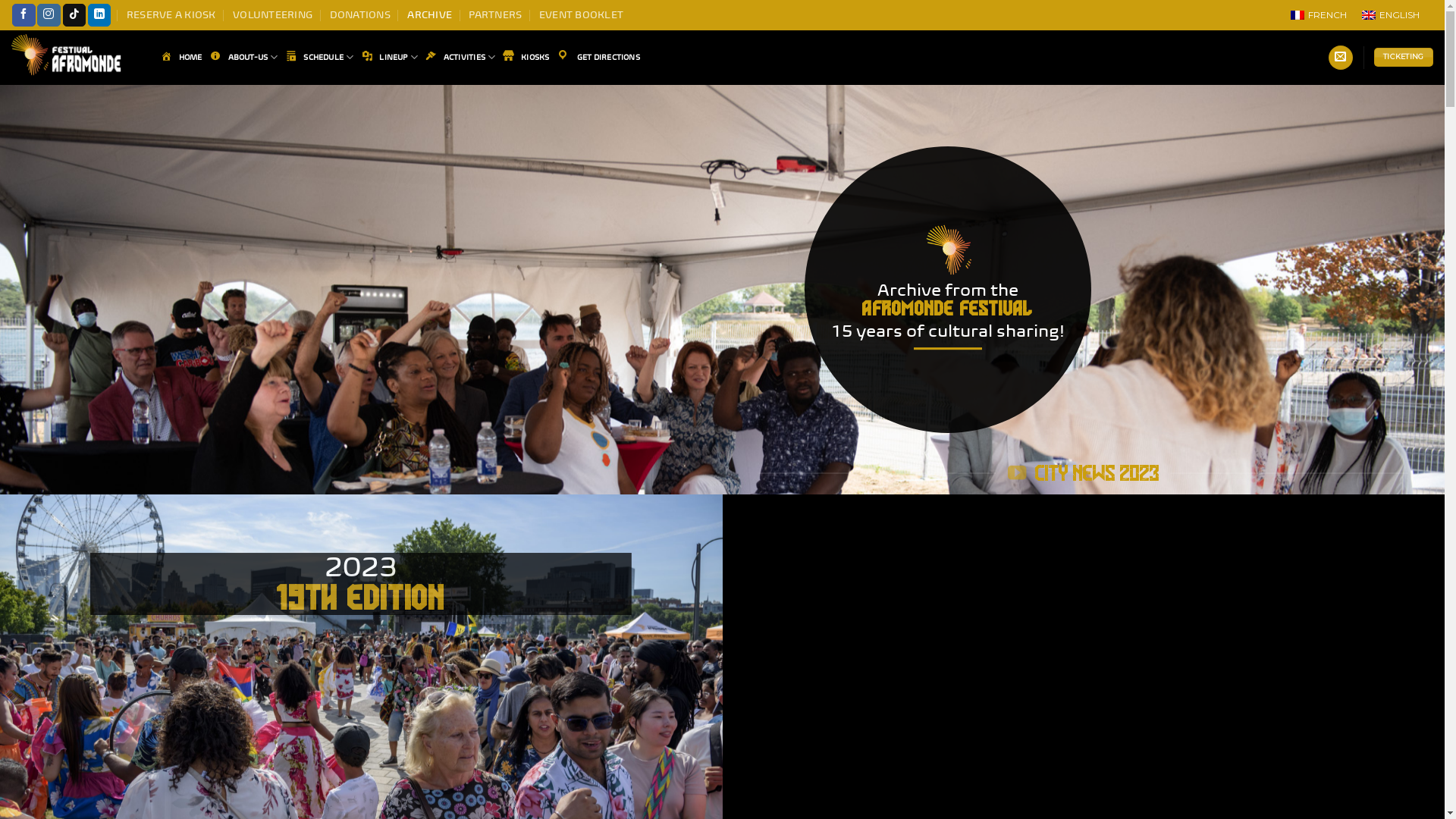 This screenshot has width=1456, height=819. What do you see at coordinates (171, 14) in the screenshot?
I see `'RESERVE A KIOSK'` at bounding box center [171, 14].